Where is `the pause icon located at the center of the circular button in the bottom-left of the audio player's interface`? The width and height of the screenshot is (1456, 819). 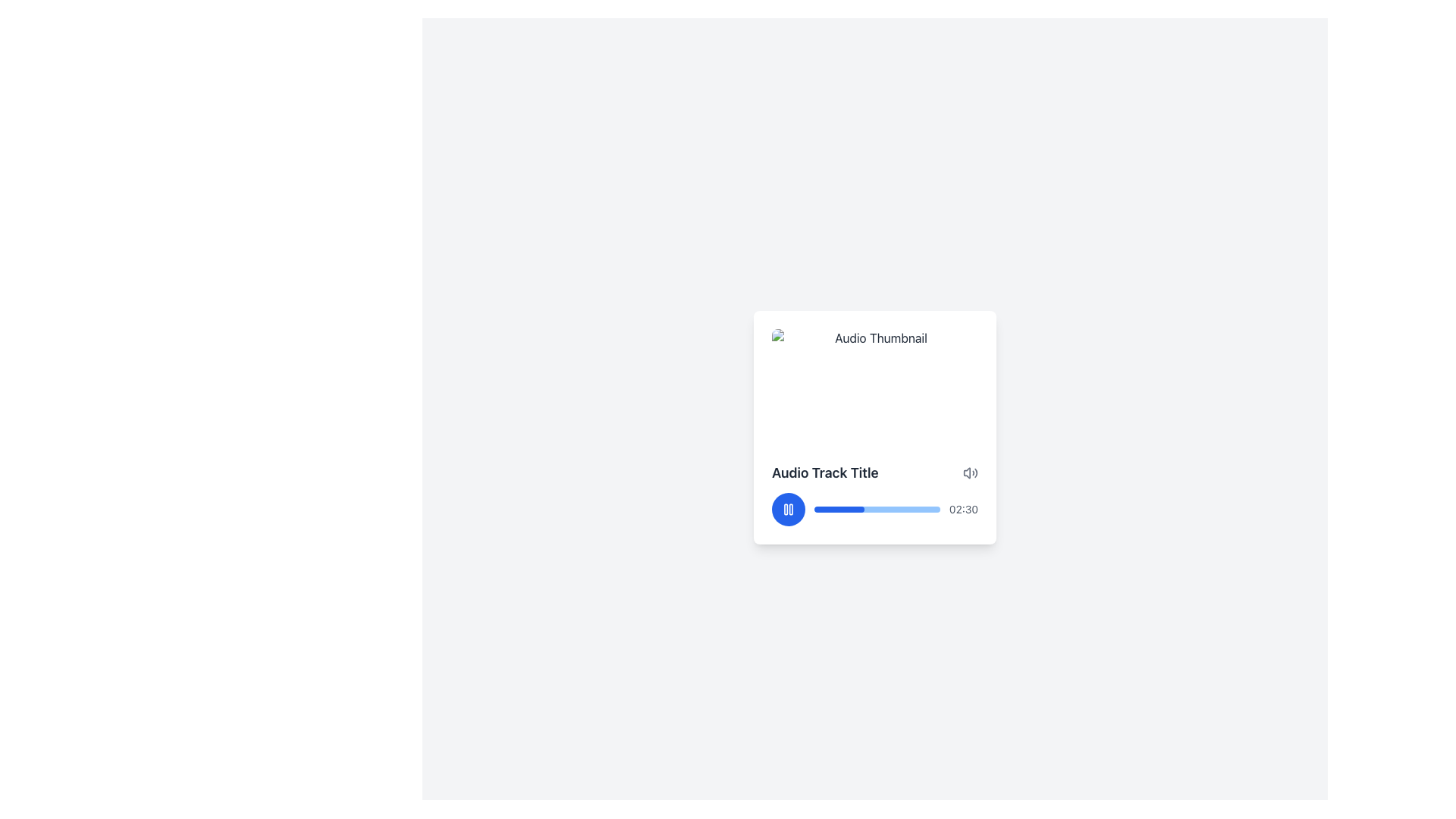
the pause icon located at the center of the circular button in the bottom-left of the audio player's interface is located at coordinates (789, 509).